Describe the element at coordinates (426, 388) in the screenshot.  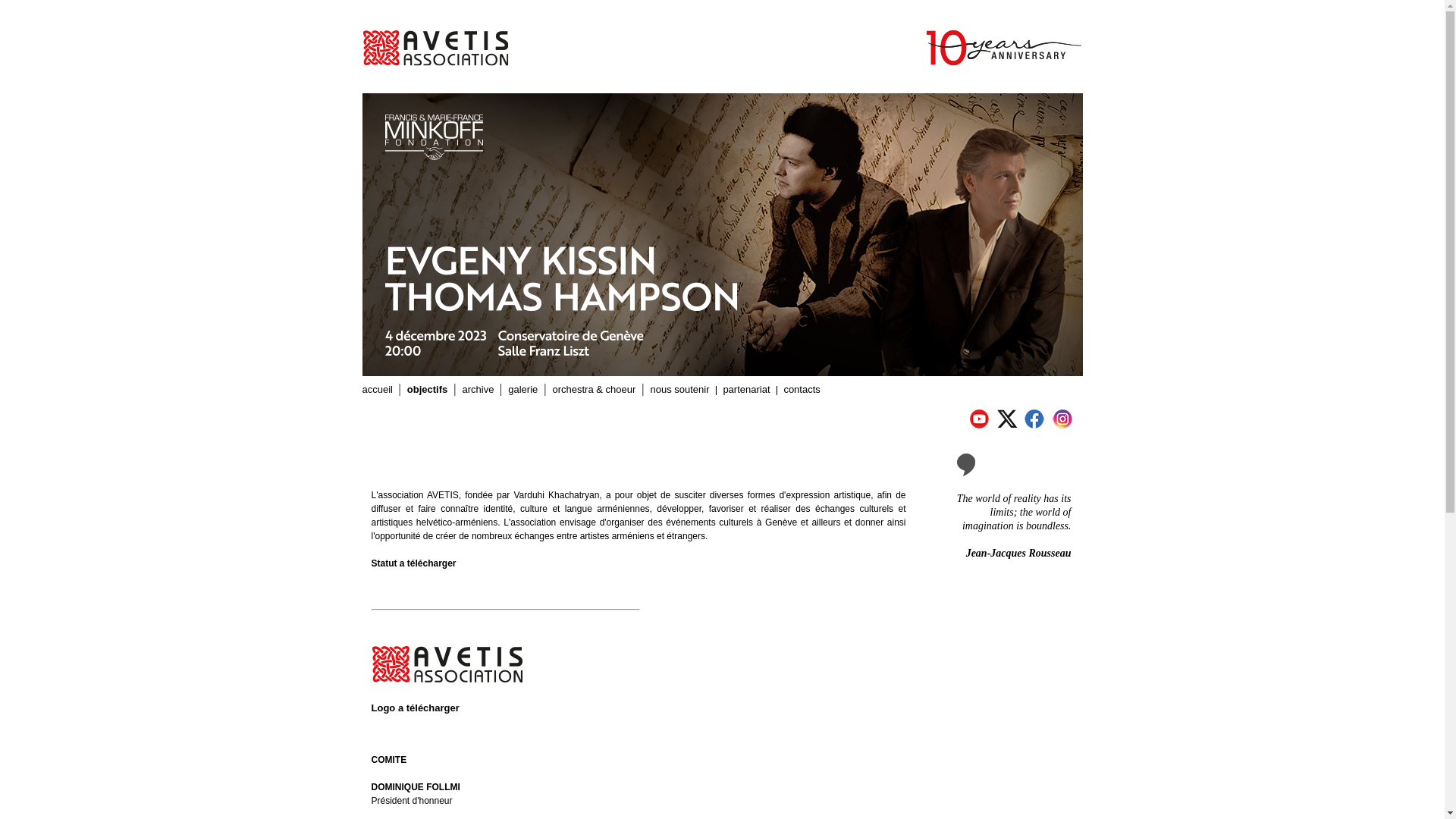
I see `'objectifs'` at that location.